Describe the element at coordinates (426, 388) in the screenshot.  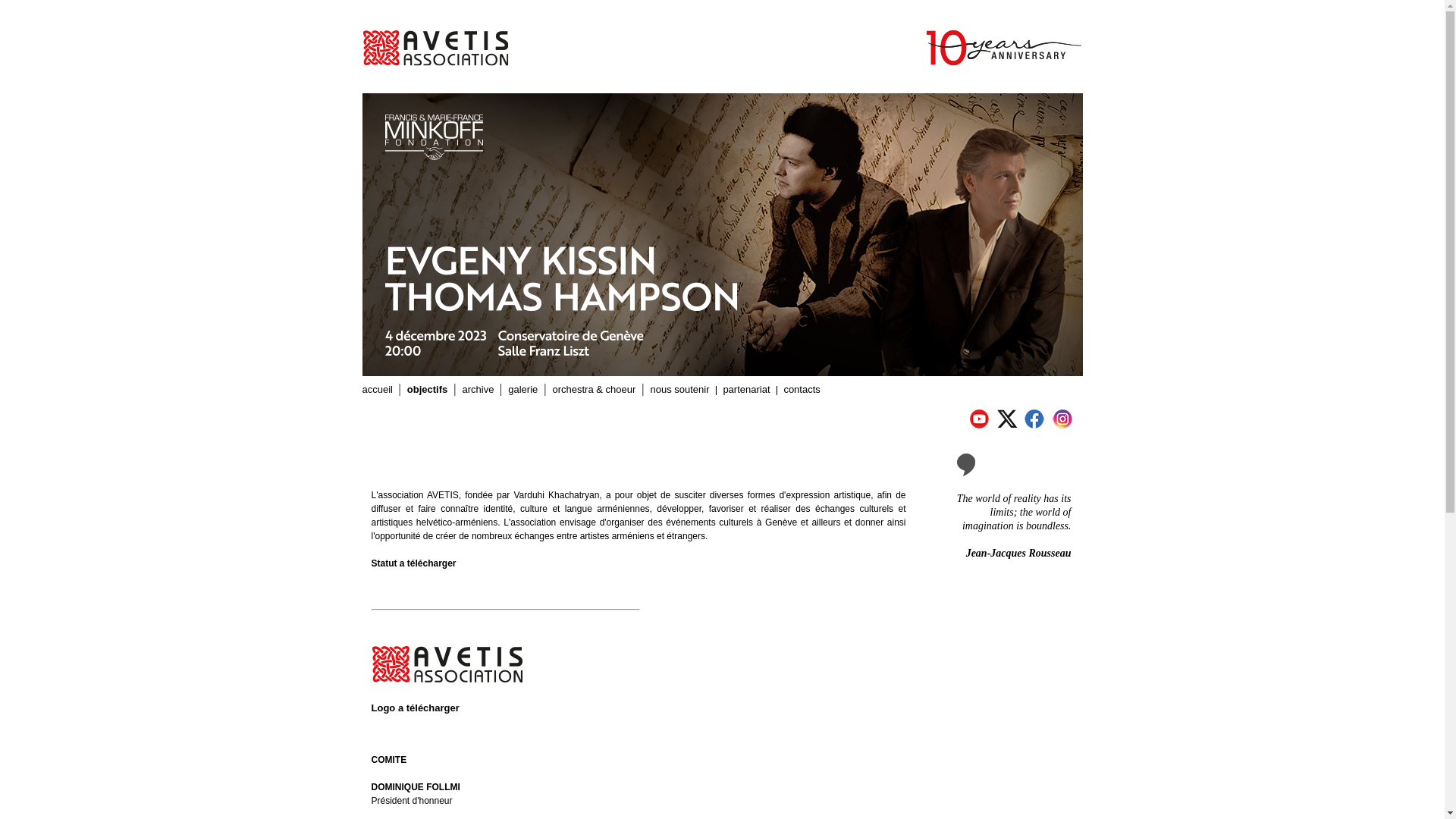
I see `'objectifs'` at that location.